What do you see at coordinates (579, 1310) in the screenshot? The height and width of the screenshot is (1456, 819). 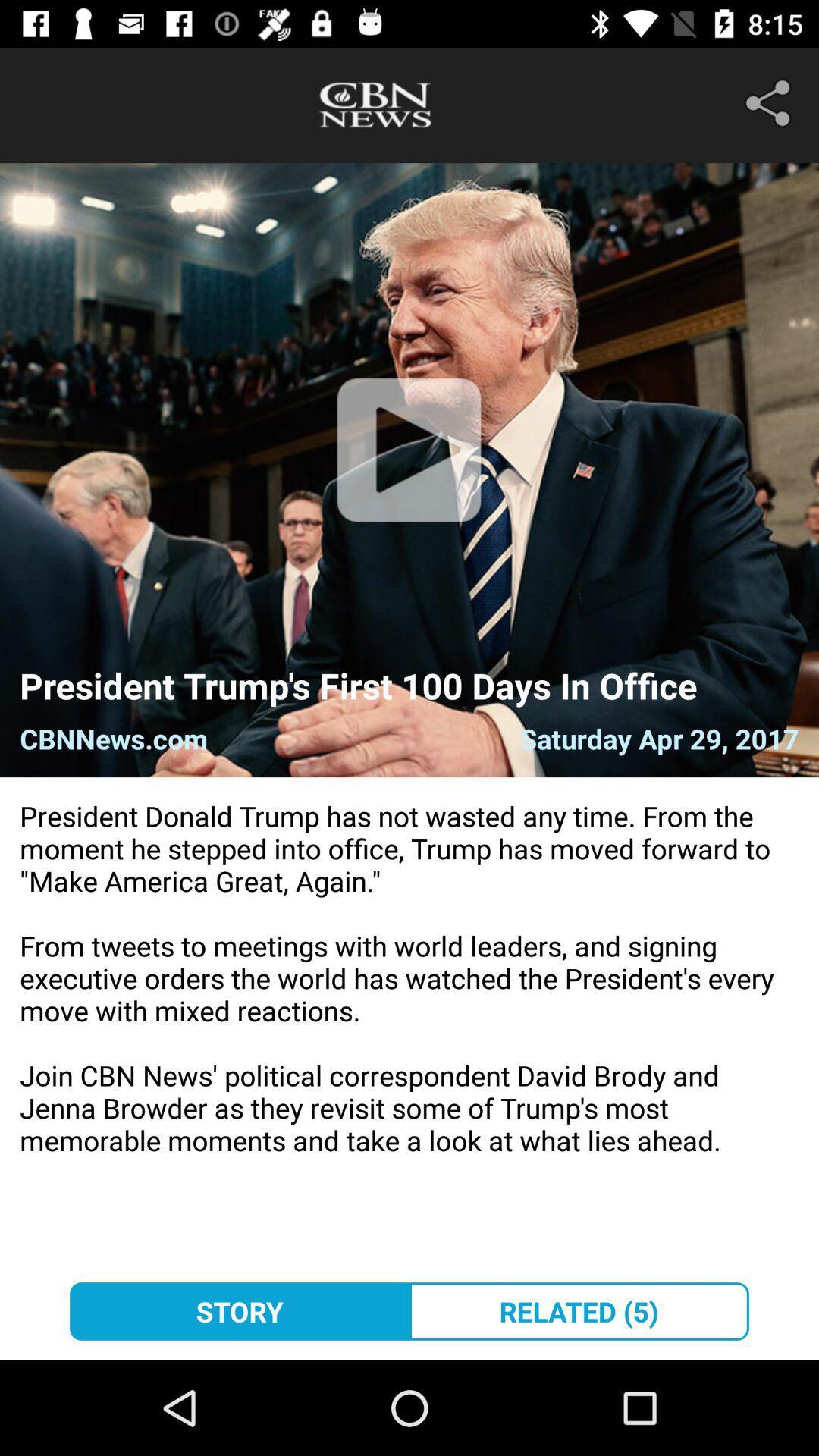 I see `the item at the bottom right corner` at bounding box center [579, 1310].